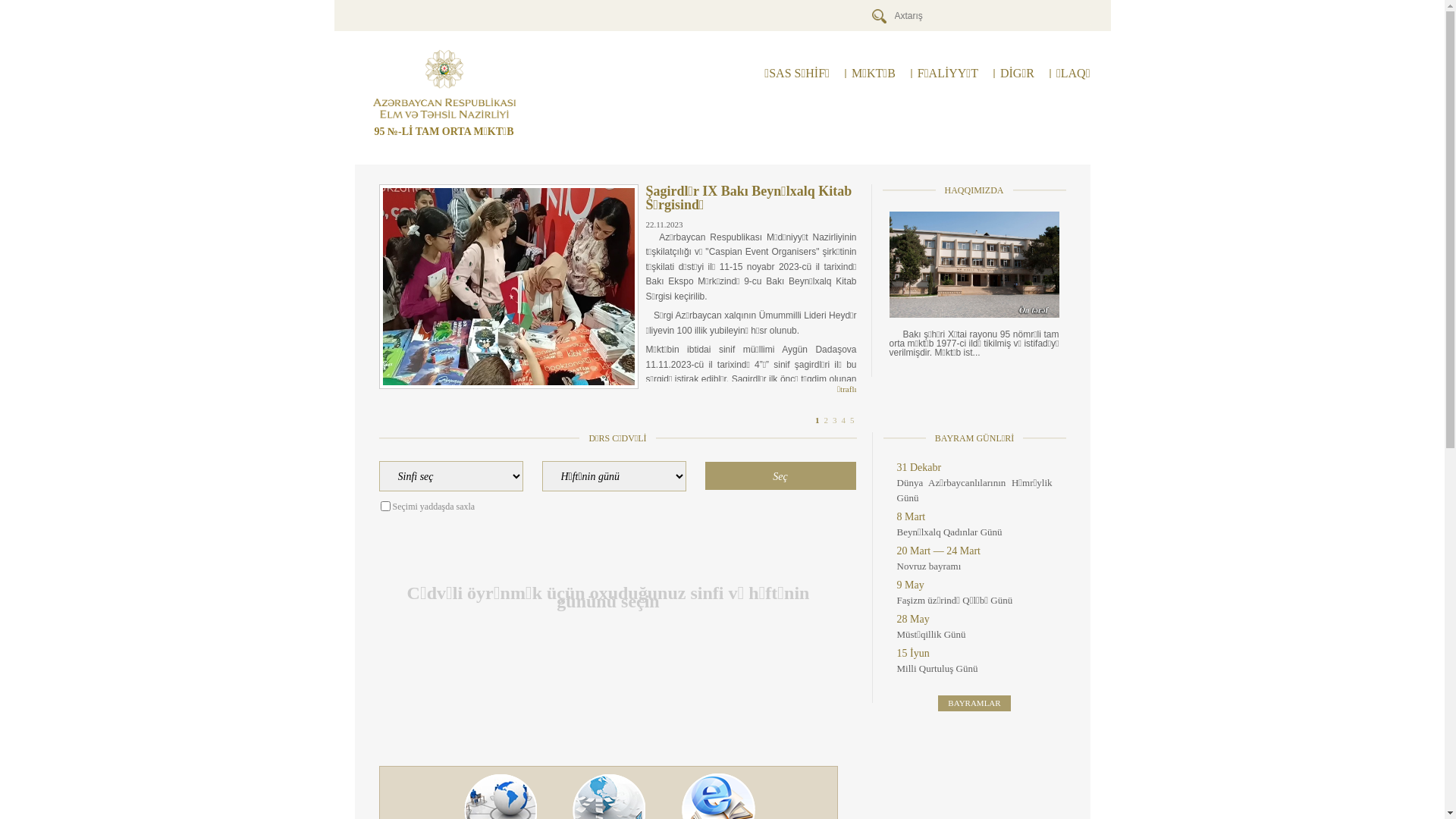 This screenshot has height=819, width=1456. What do you see at coordinates (825, 420) in the screenshot?
I see `'2'` at bounding box center [825, 420].